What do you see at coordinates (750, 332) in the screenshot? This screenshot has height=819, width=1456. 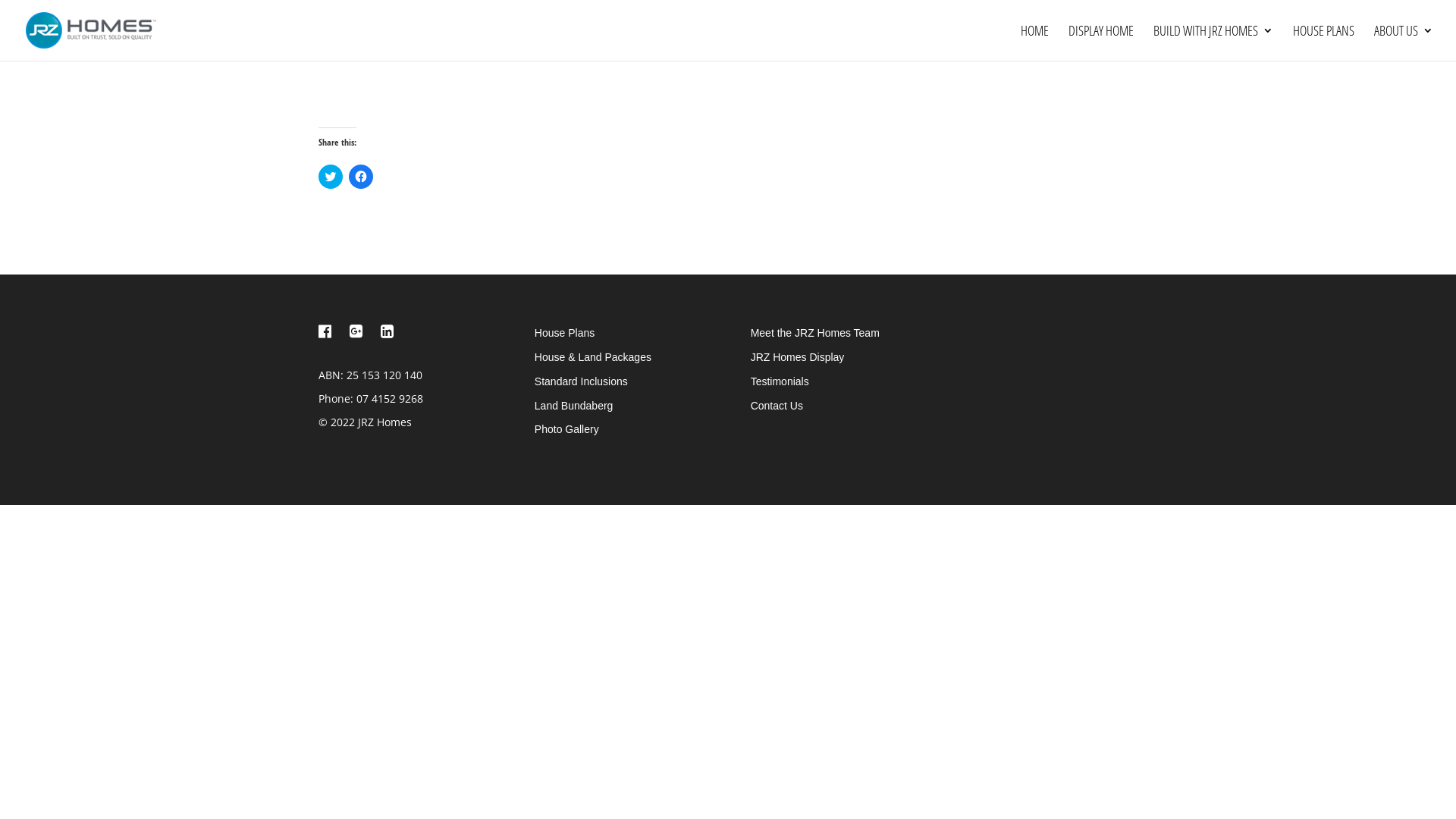 I see `'Meet the JRZ Homes Team'` at bounding box center [750, 332].